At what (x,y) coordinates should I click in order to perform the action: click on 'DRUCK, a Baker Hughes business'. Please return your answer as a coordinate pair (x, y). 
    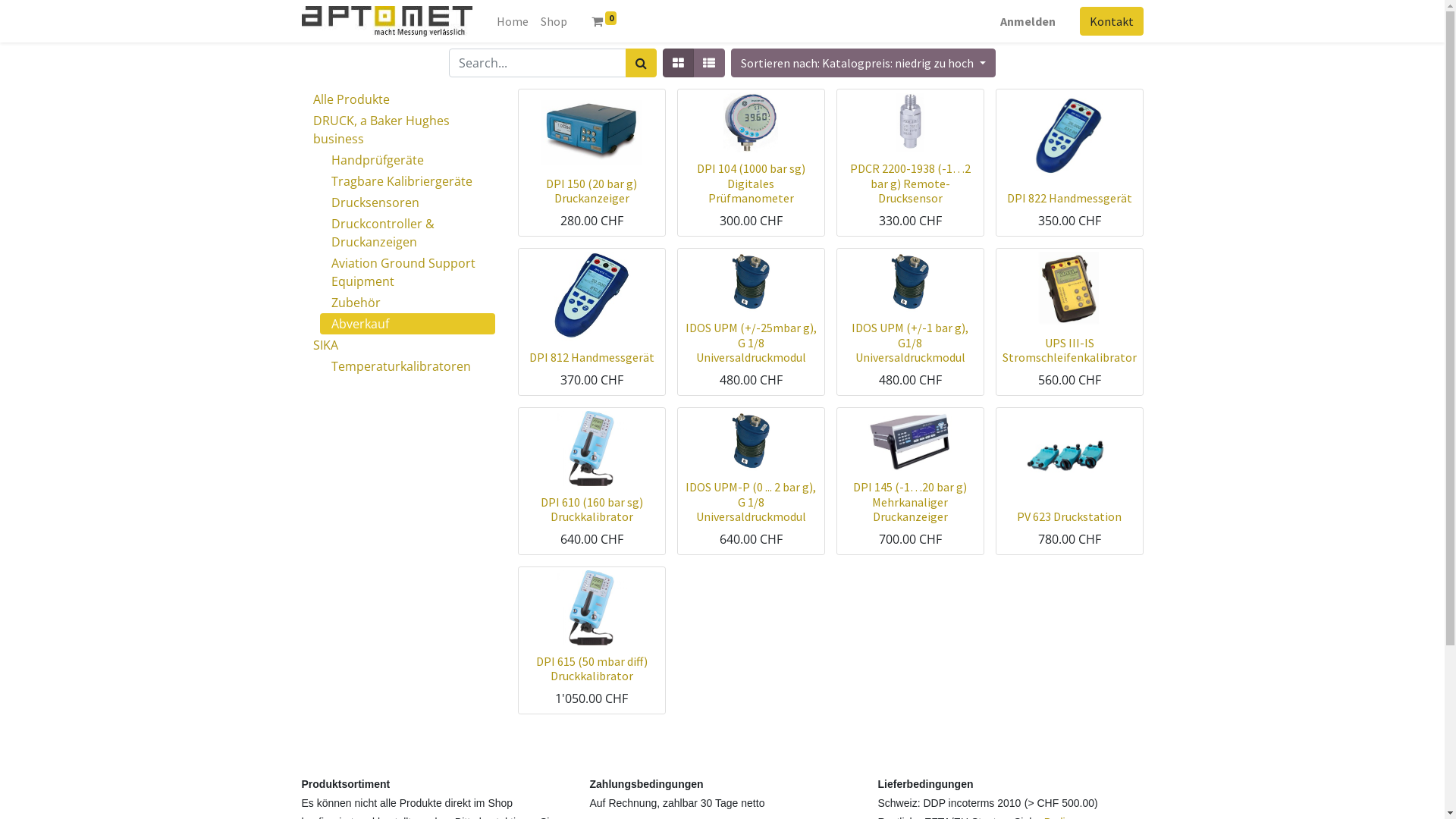
    Looking at the image, I should click on (398, 128).